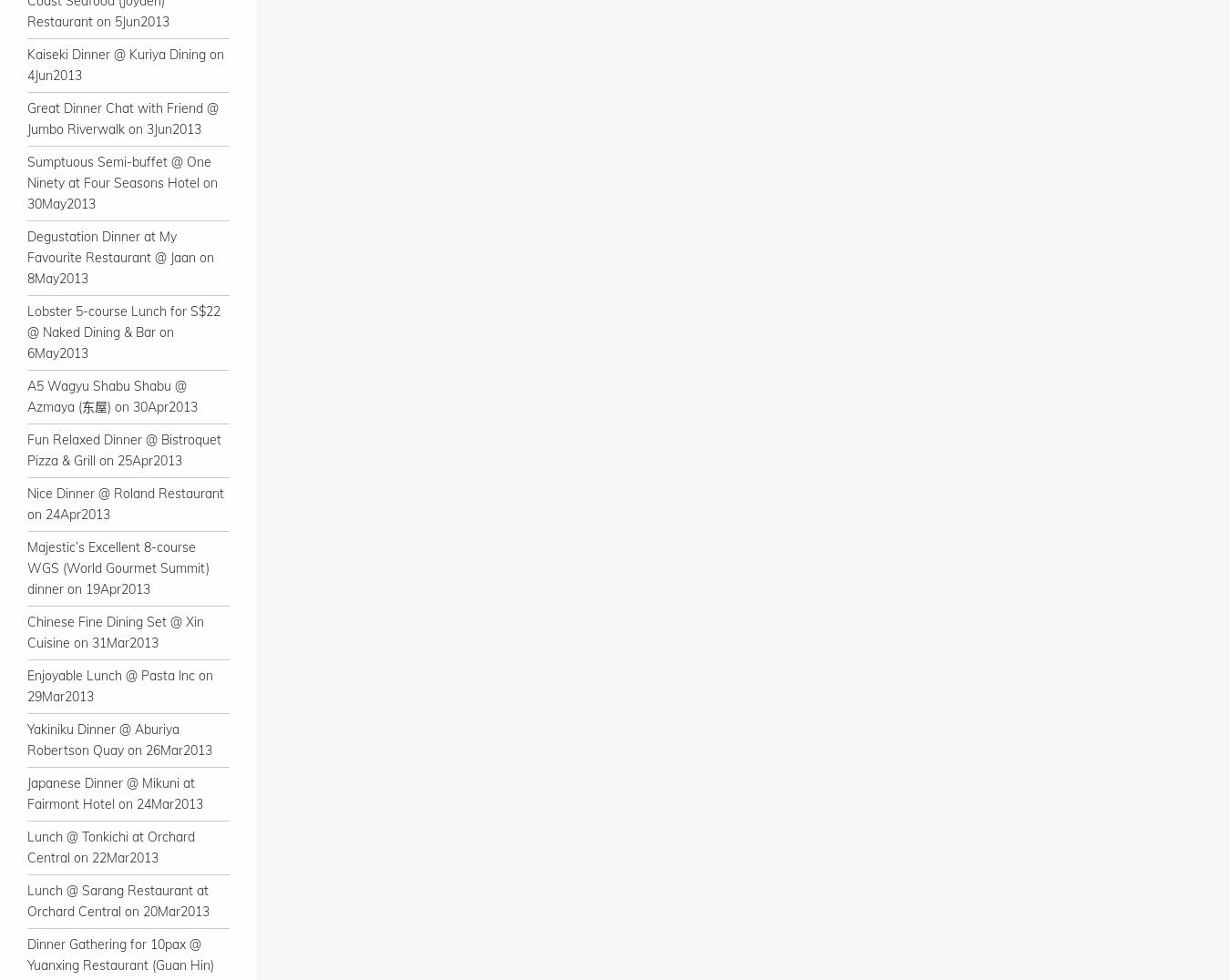 This screenshot has width=1230, height=980. Describe the element at coordinates (123, 331) in the screenshot. I see `'Lobster 5-course Lunch for S$22 @ Naked Dining & Bar on 6May2013'` at that location.